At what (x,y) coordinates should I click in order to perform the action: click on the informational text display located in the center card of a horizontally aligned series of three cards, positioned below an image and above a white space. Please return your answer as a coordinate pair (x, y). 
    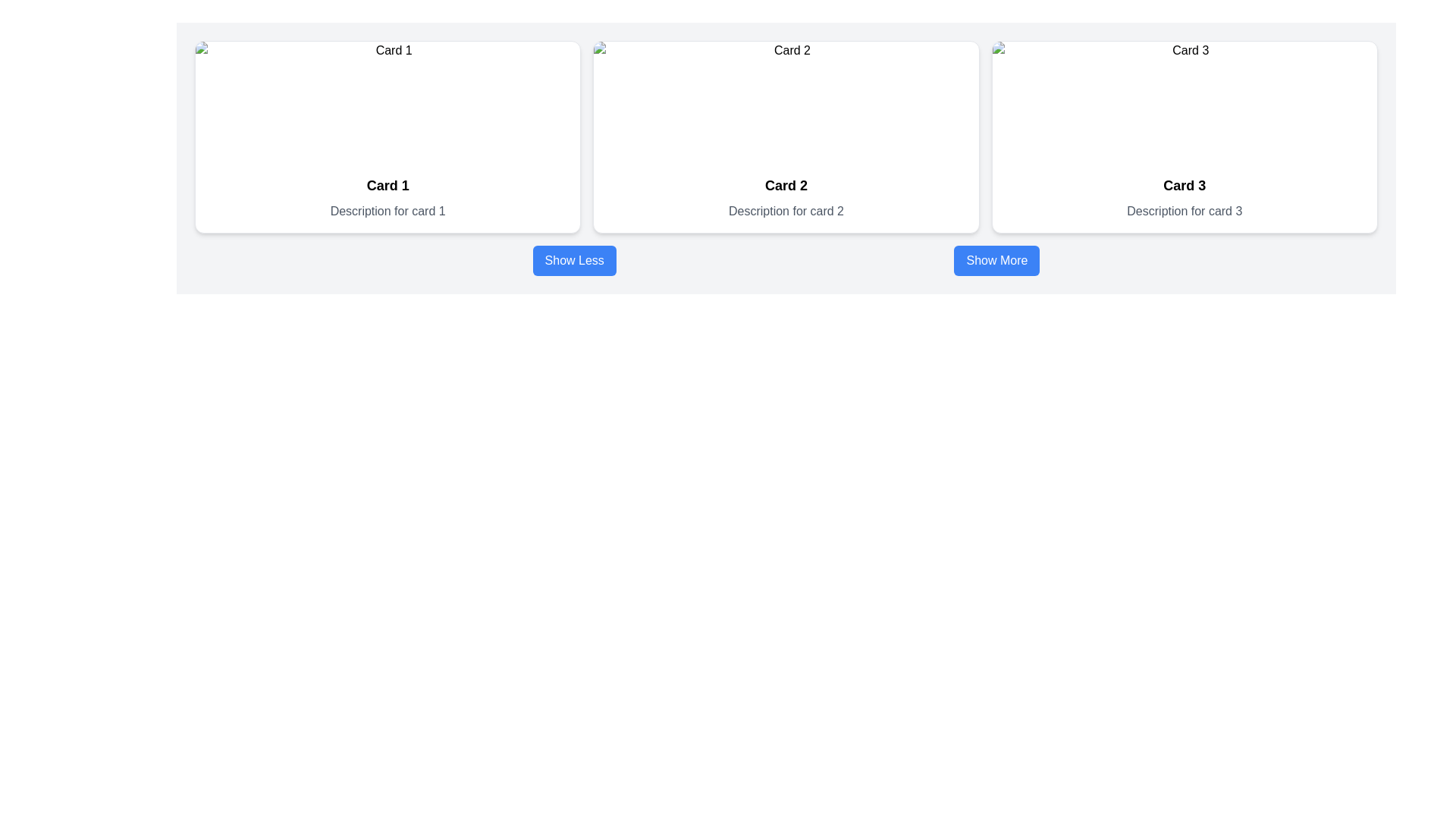
    Looking at the image, I should click on (786, 197).